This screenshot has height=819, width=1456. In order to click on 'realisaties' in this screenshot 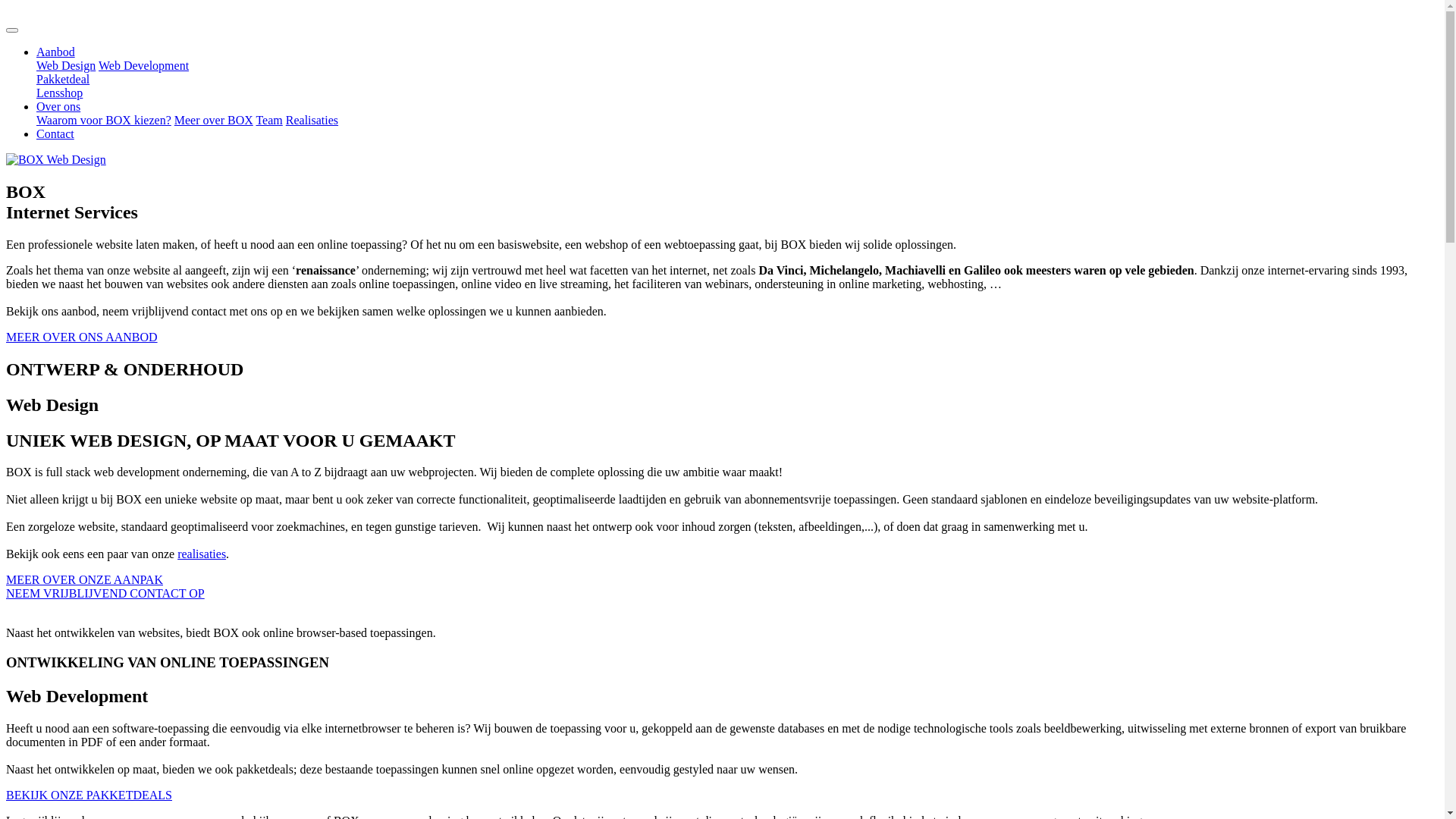, I will do `click(200, 554)`.